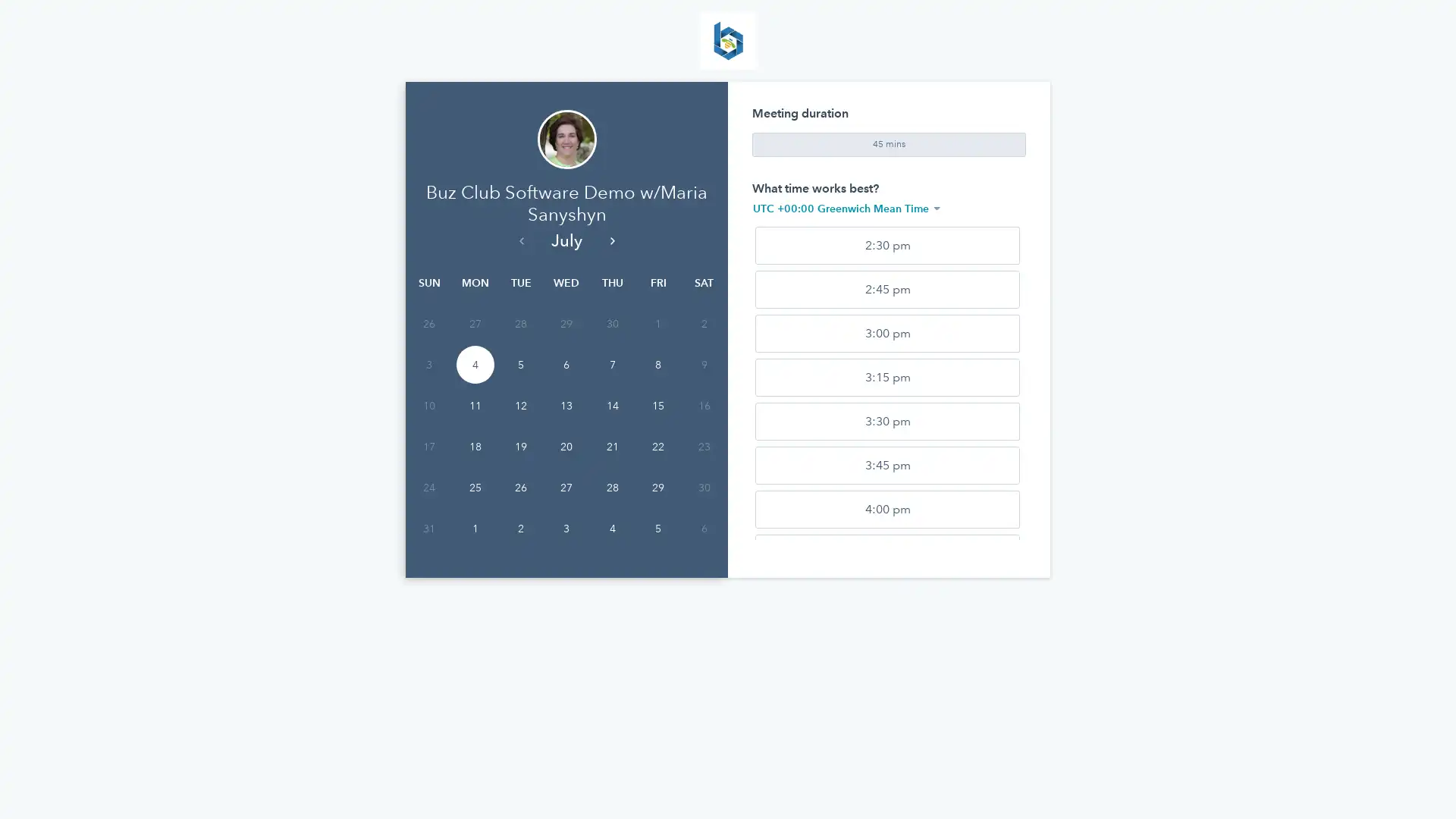 The image size is (1456, 819). What do you see at coordinates (566, 446) in the screenshot?
I see `July 20th` at bounding box center [566, 446].